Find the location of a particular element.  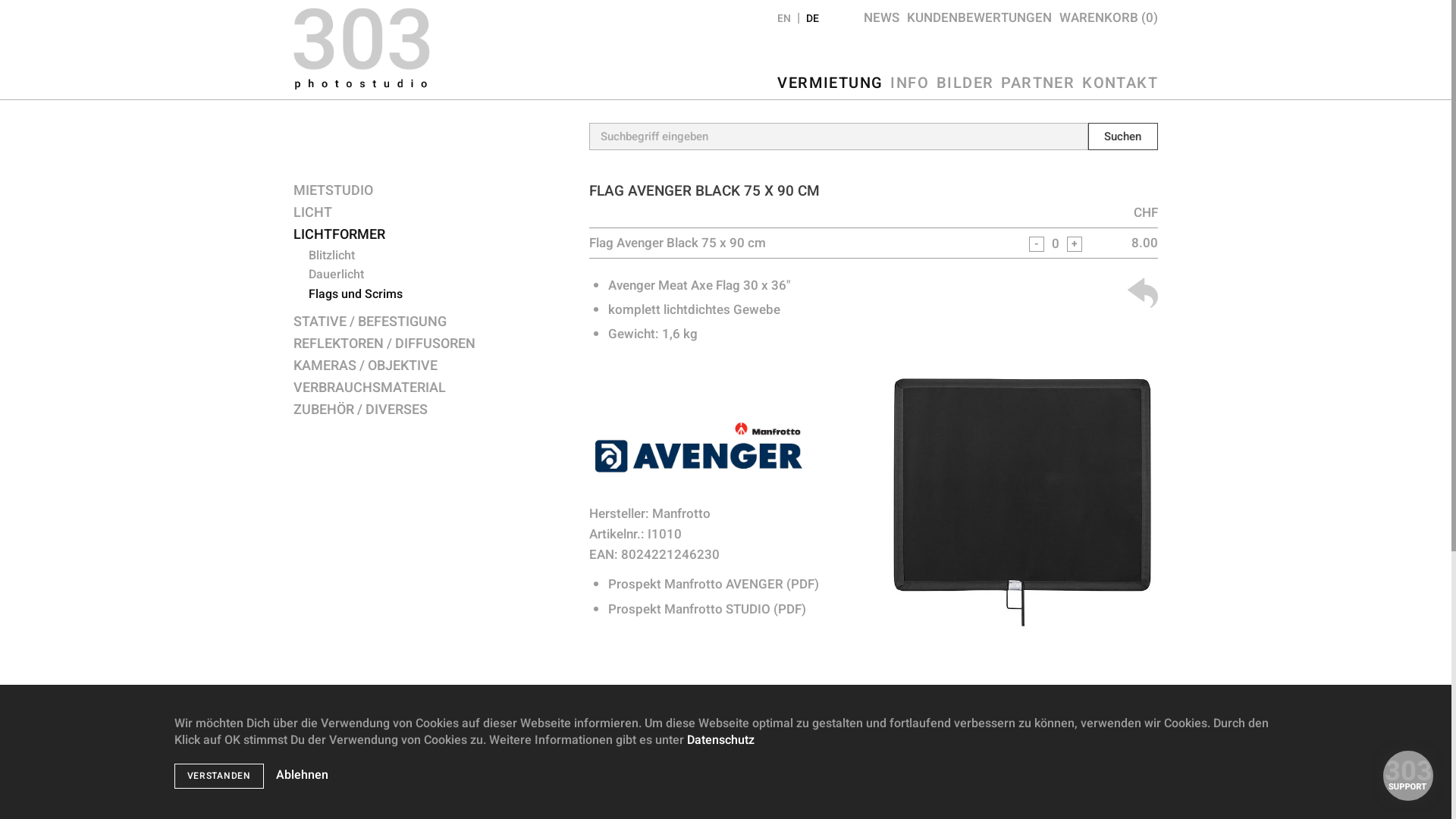

'Prospekt Manfrotto AVENGER (PDF)' is located at coordinates (712, 583).